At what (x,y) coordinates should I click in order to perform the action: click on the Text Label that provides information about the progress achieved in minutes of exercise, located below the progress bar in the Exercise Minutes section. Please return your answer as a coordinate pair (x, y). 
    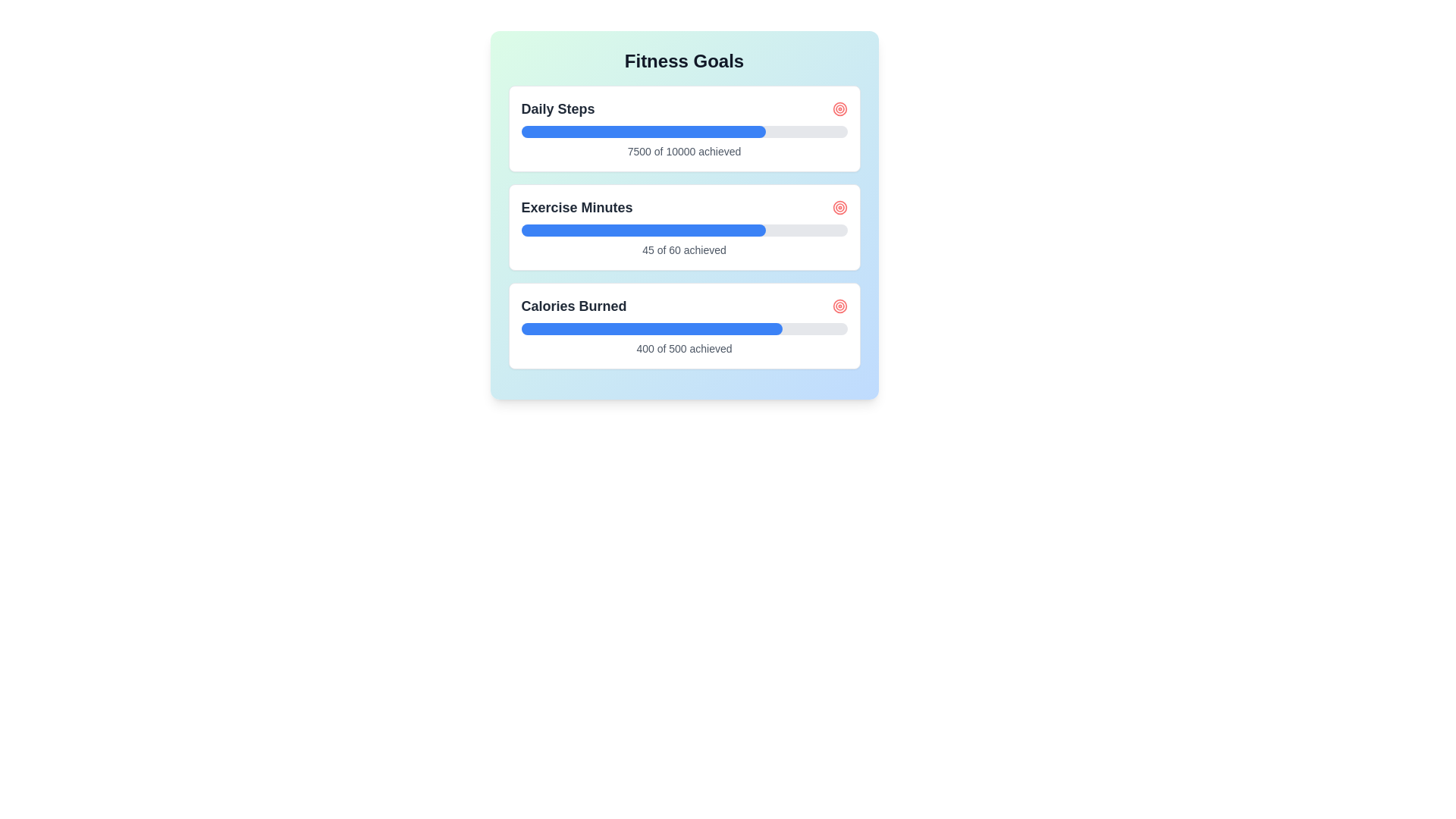
    Looking at the image, I should click on (683, 249).